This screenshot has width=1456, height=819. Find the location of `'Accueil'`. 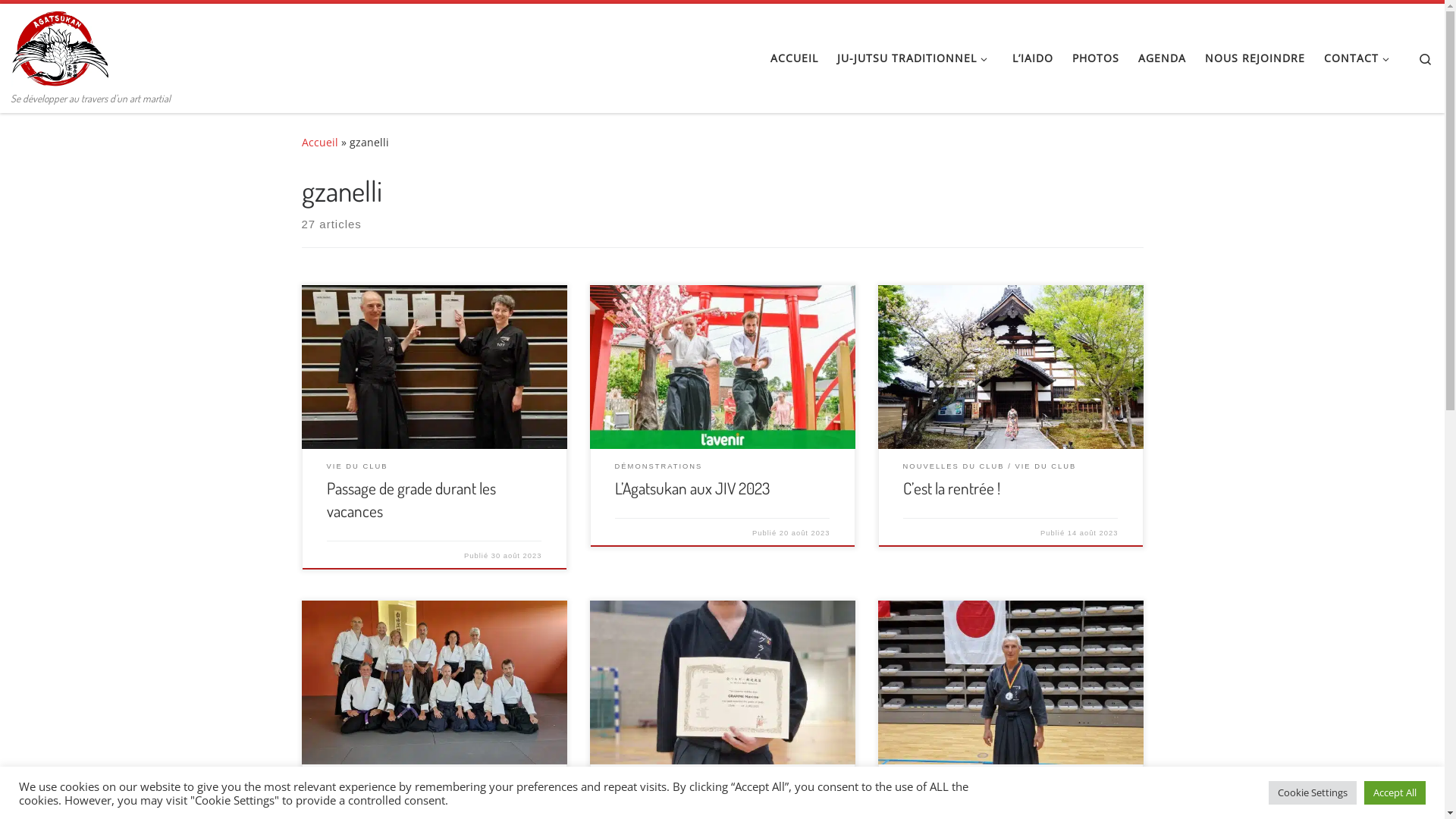

'Accueil' is located at coordinates (302, 142).